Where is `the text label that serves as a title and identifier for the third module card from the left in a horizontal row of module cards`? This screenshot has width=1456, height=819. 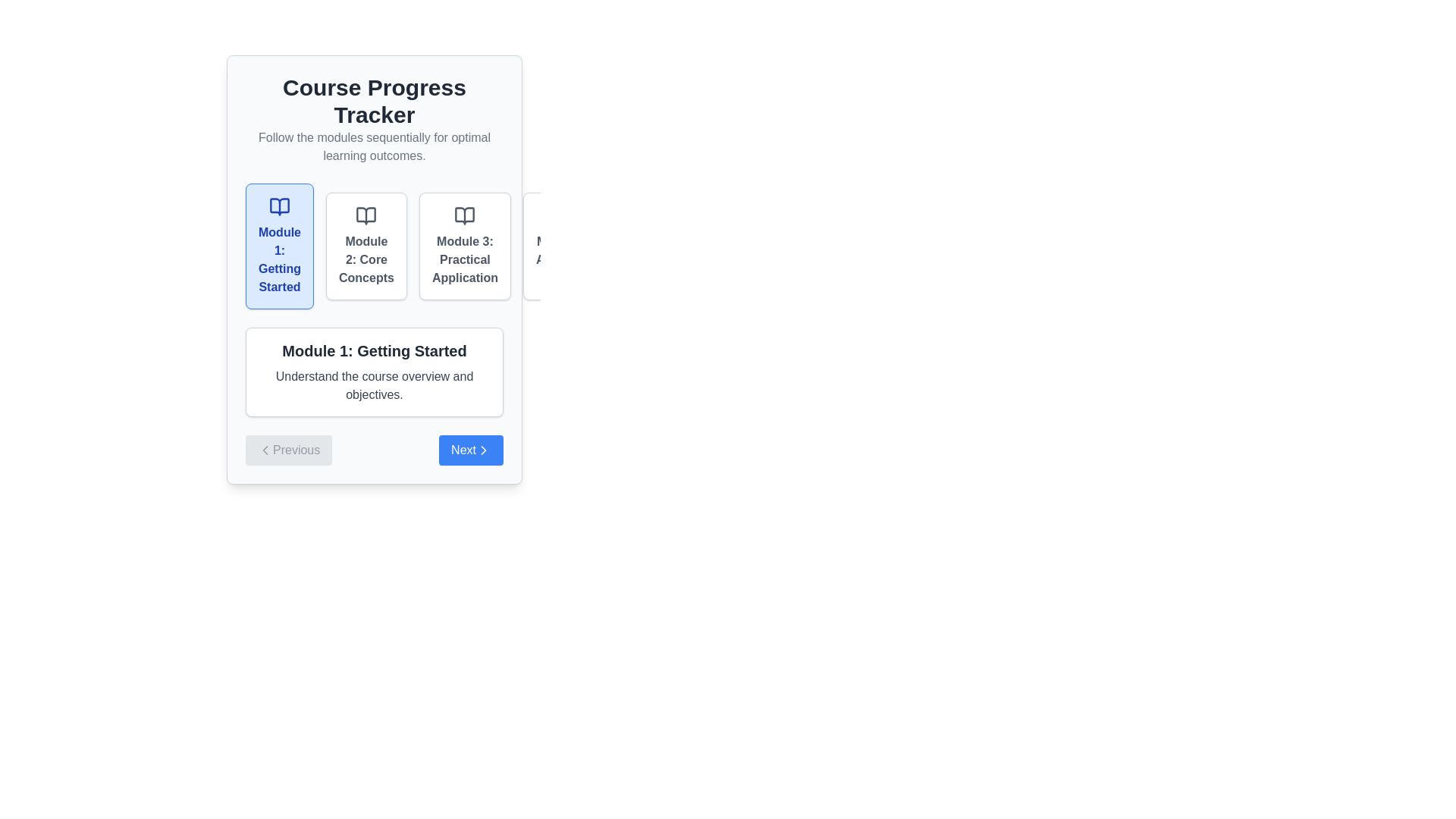
the text label that serves as a title and identifier for the third module card from the left in a horizontal row of module cards is located at coordinates (464, 259).